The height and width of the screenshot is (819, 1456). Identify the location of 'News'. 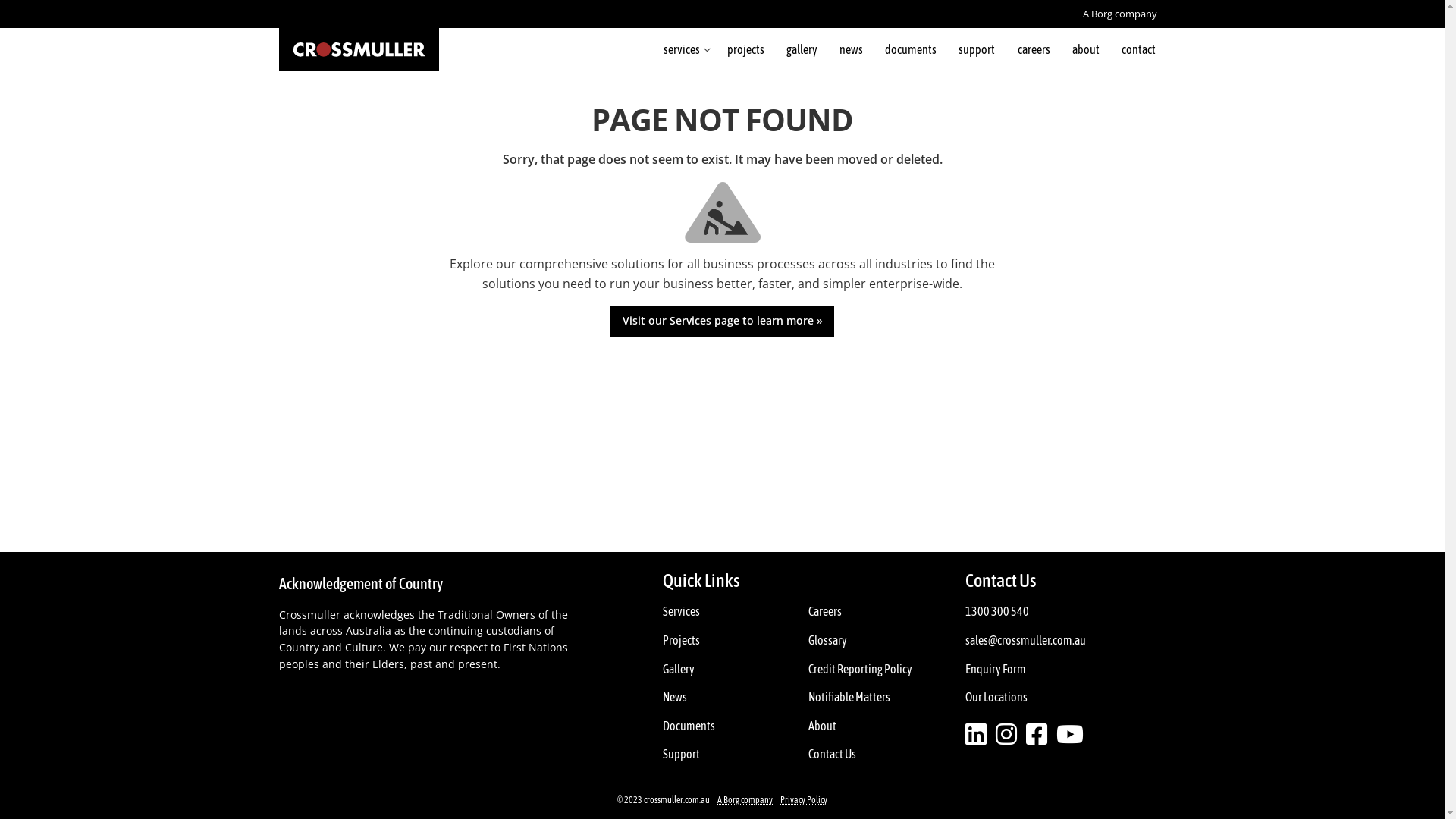
(658, 698).